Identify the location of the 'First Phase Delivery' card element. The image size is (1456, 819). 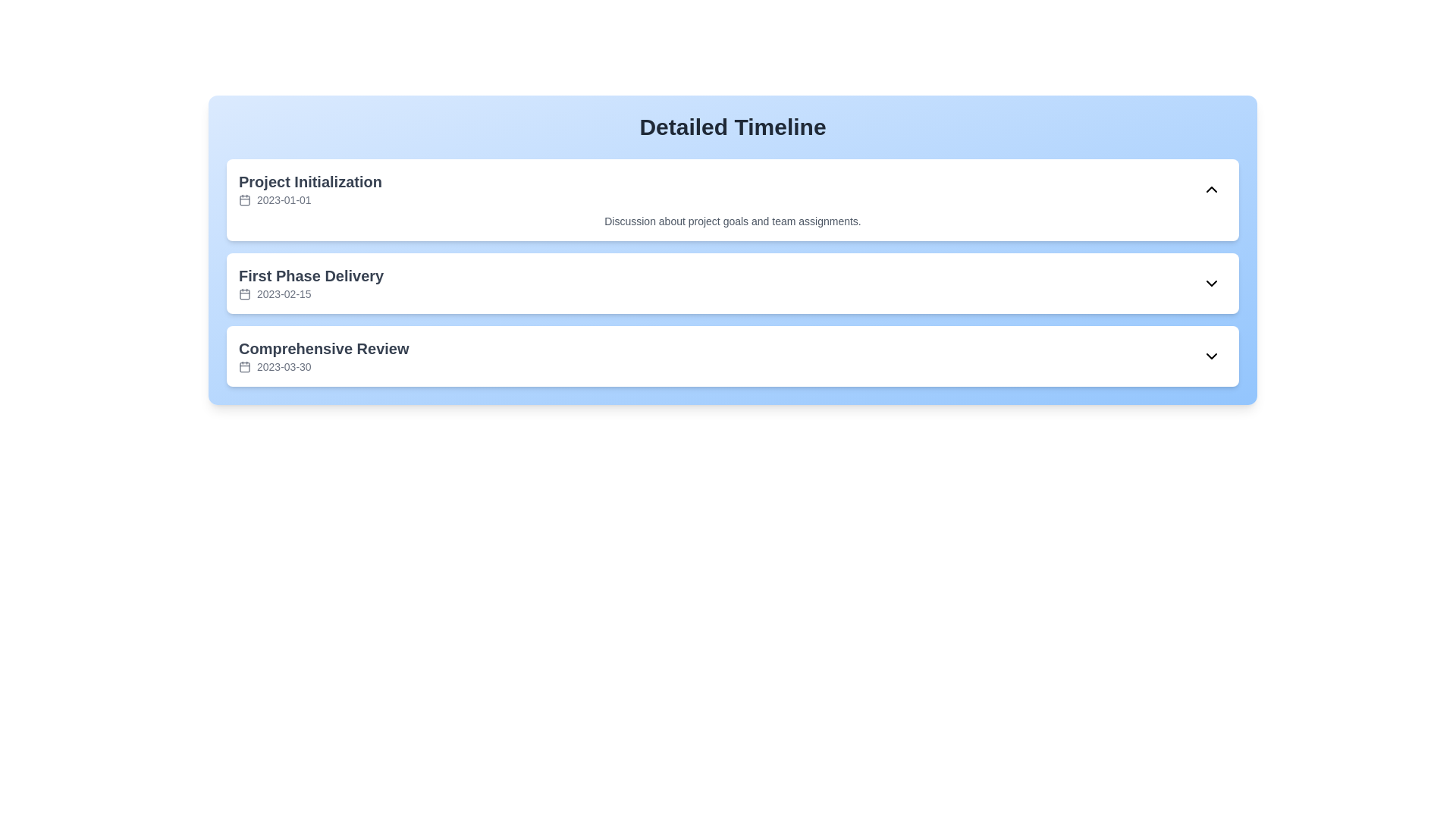
(733, 284).